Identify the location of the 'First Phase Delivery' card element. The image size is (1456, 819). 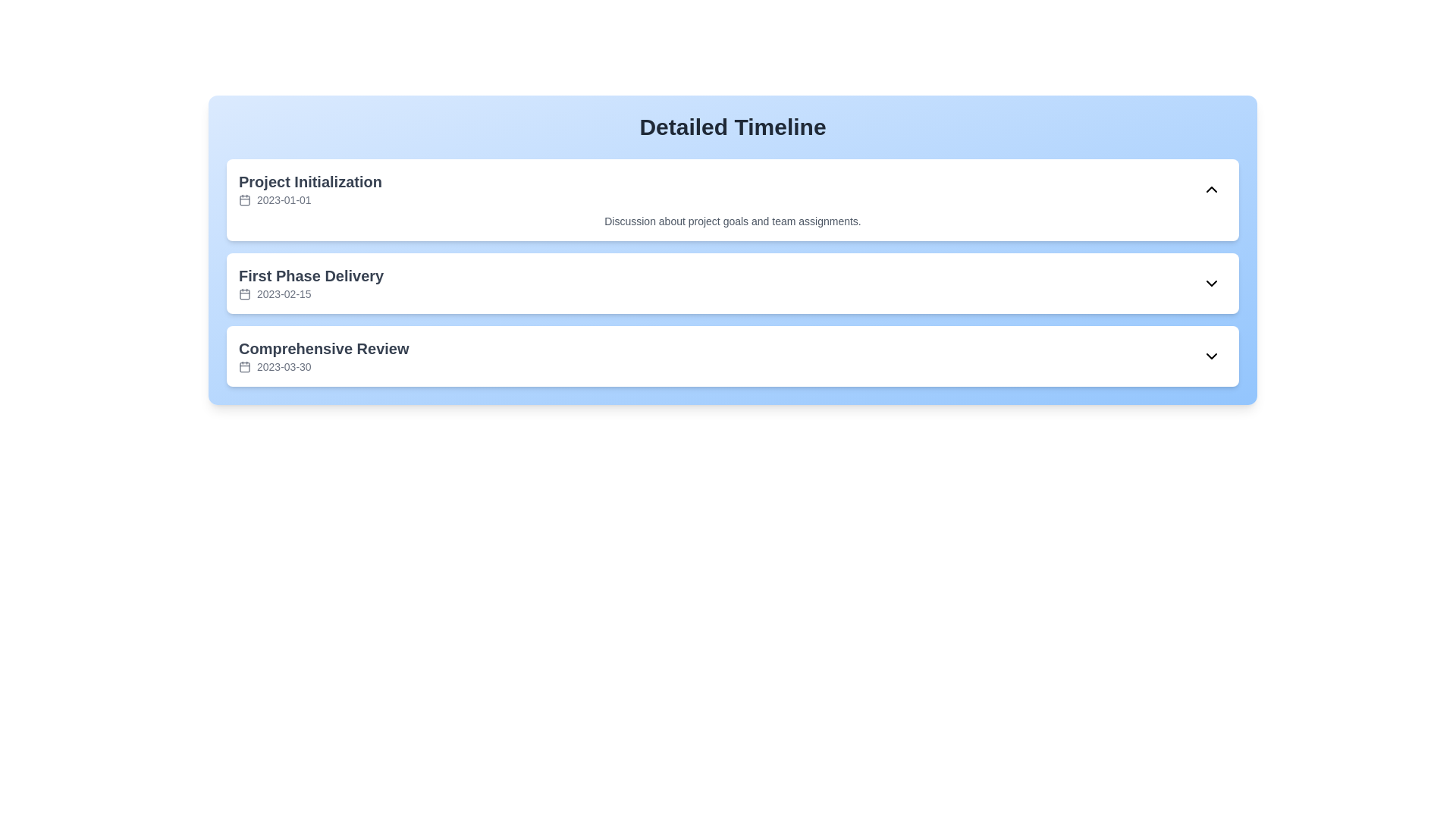
(733, 284).